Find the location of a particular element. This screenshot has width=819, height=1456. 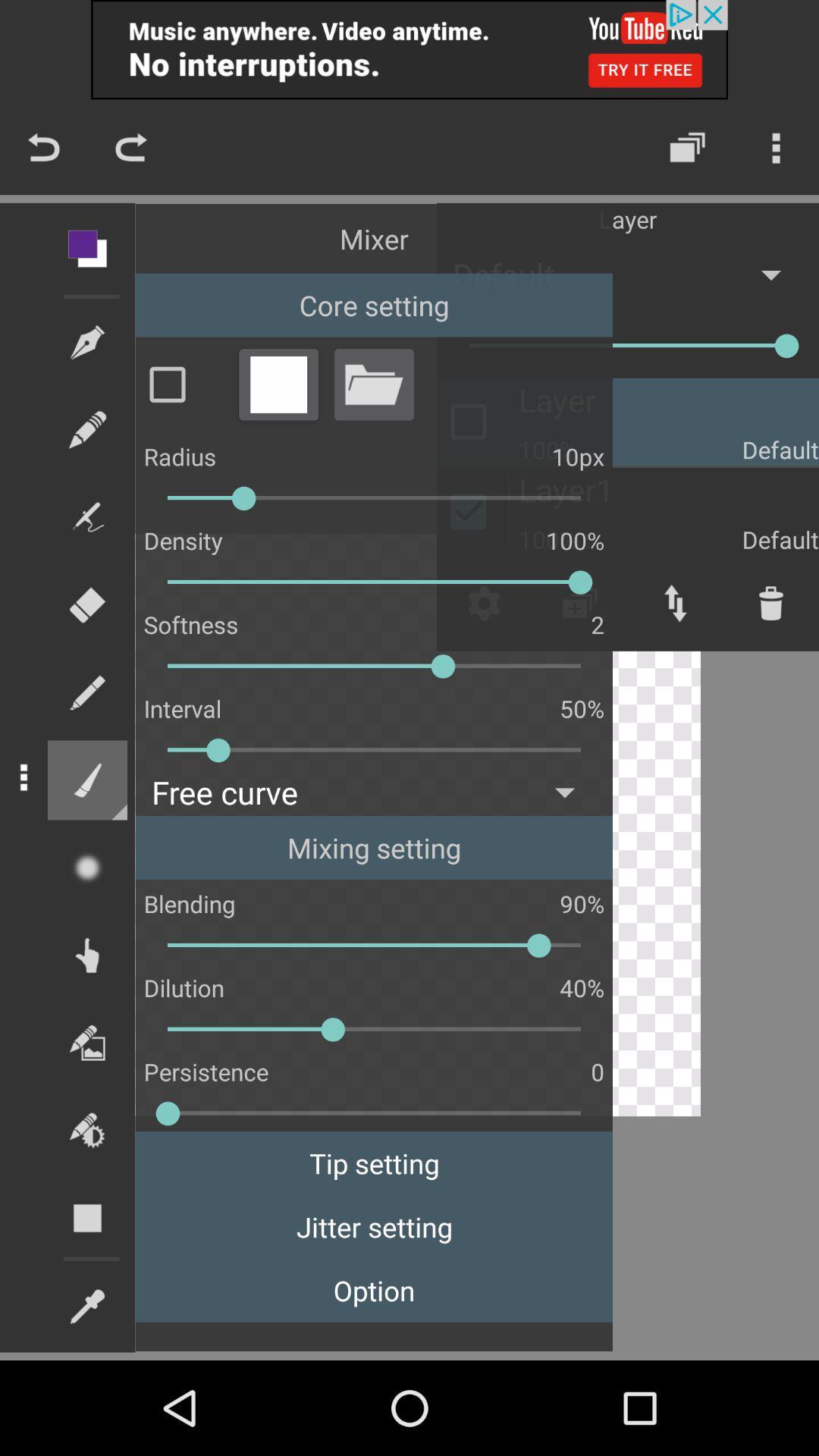

exit core setting is located at coordinates (278, 384).